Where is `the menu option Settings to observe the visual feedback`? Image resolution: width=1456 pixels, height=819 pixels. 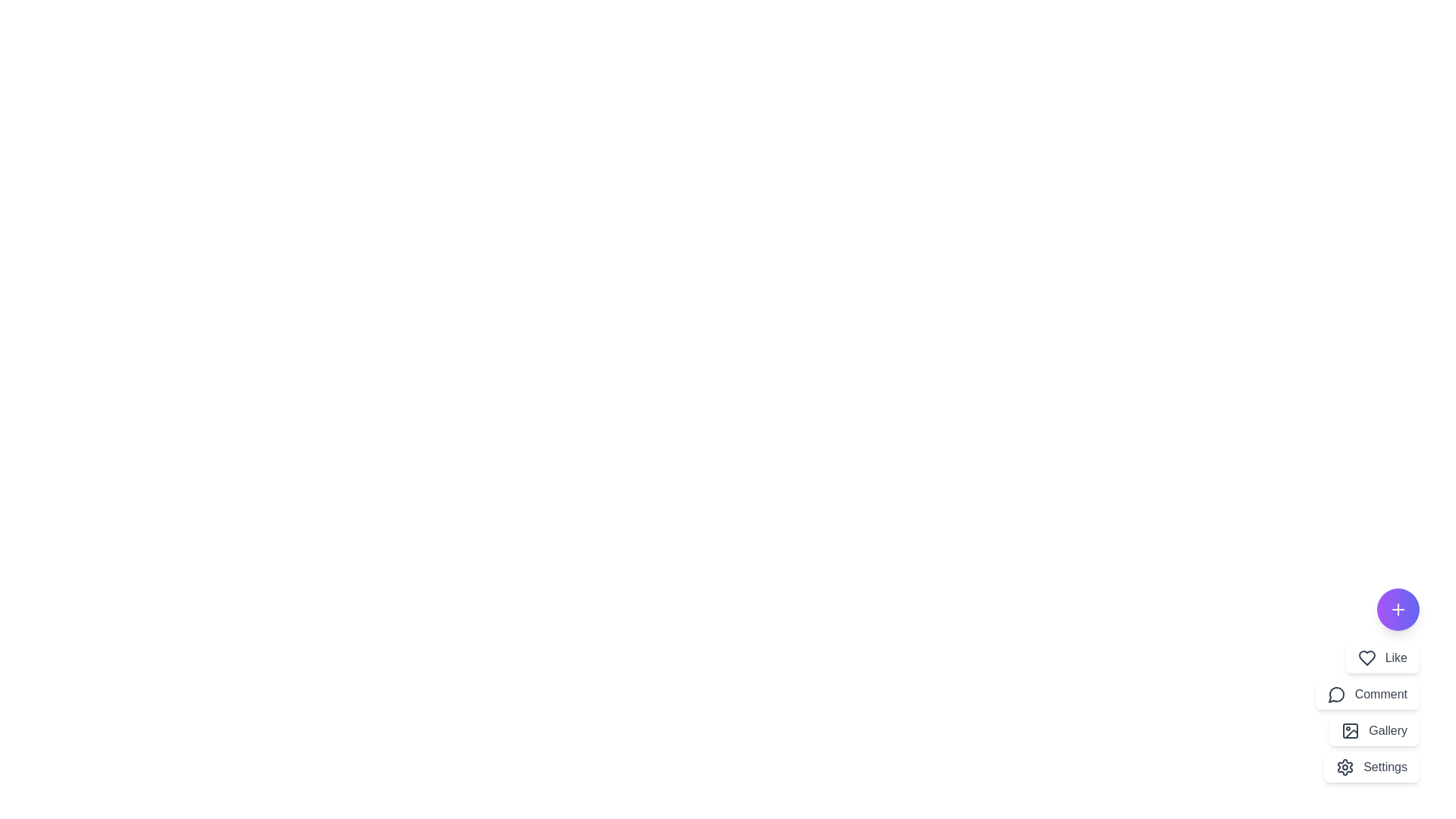 the menu option Settings to observe the visual feedback is located at coordinates (1372, 767).